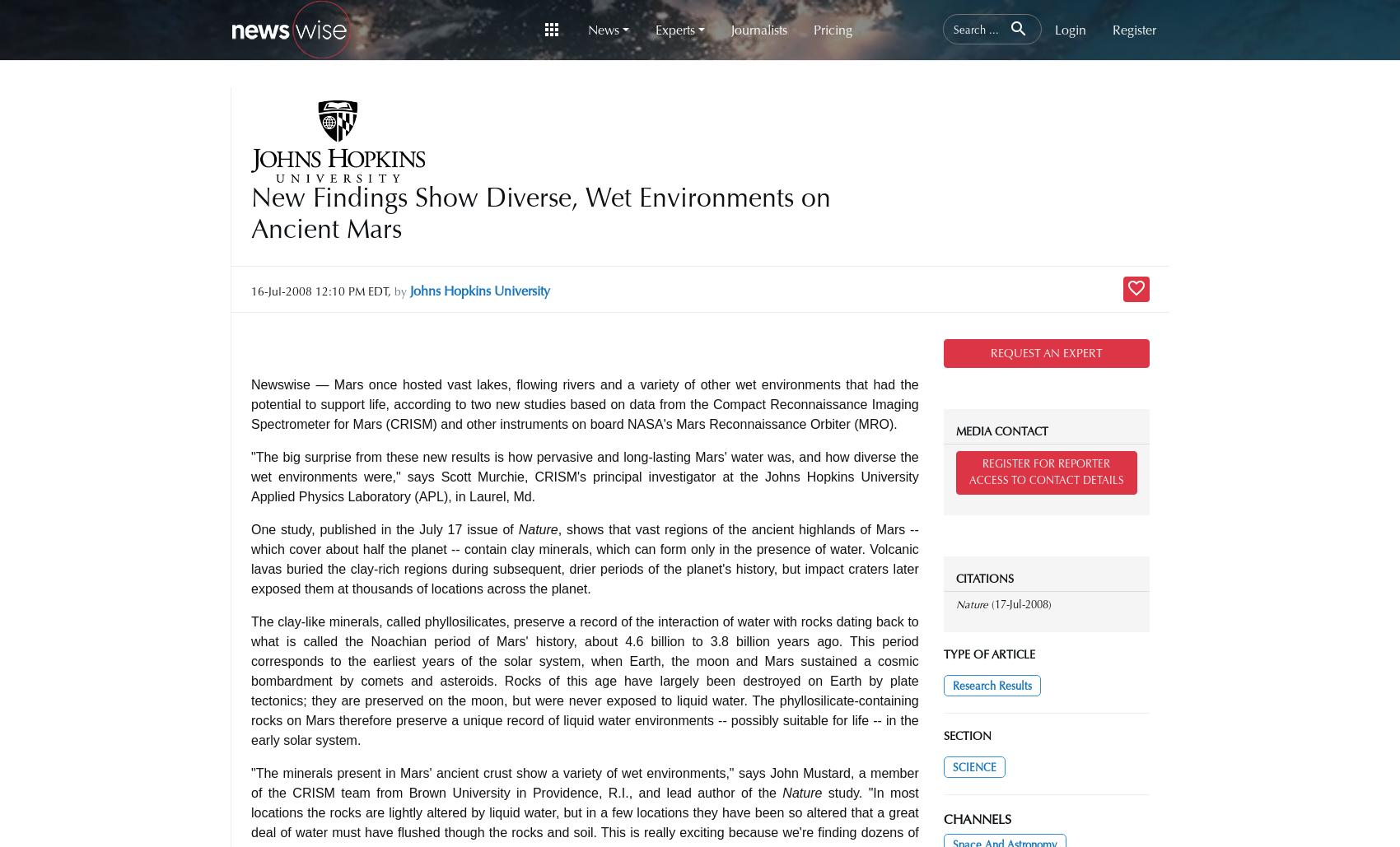 The height and width of the screenshot is (847, 1400). I want to click on 'MEDIA CONTACT', so click(1001, 430).